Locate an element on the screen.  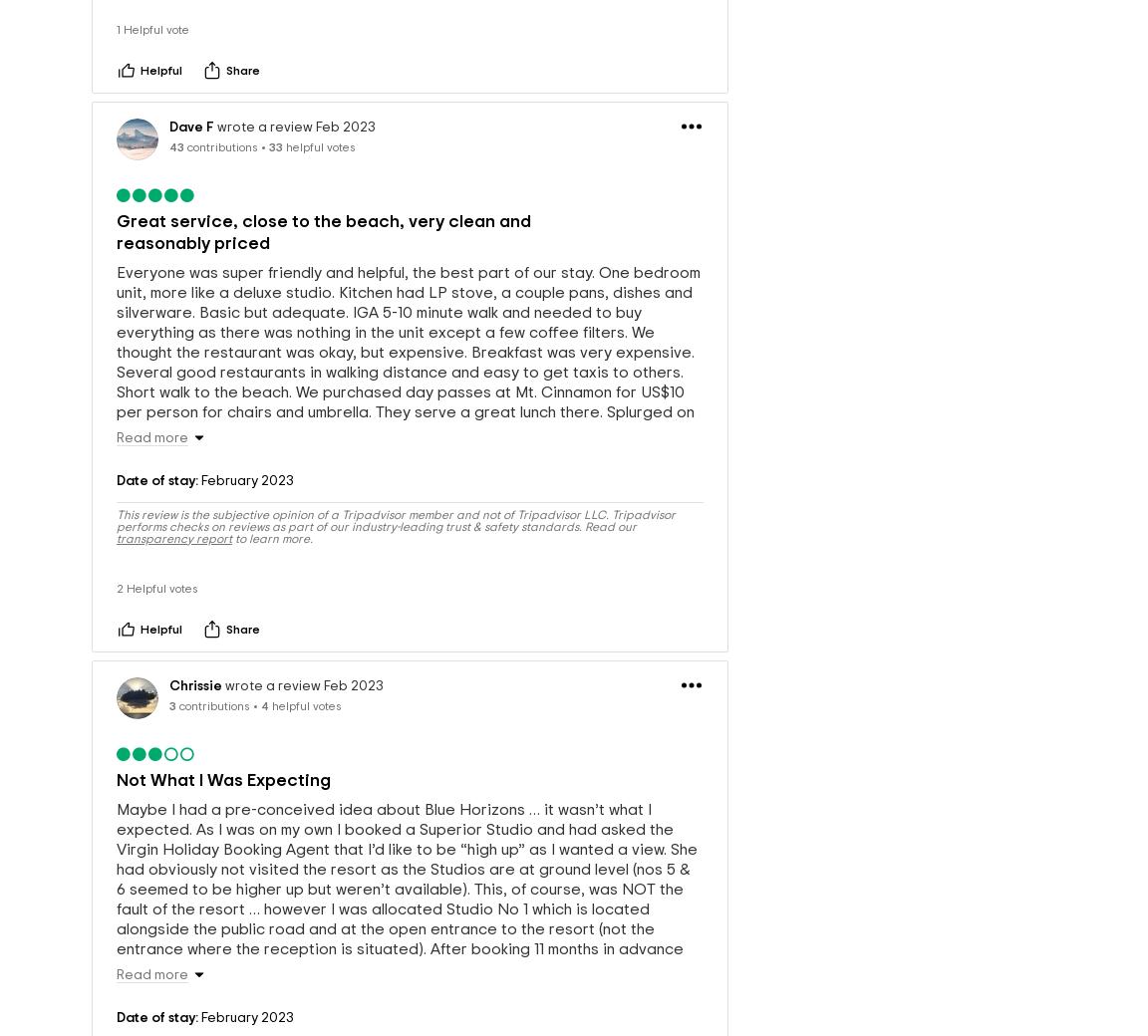
'to learn more.' is located at coordinates (272, 543).